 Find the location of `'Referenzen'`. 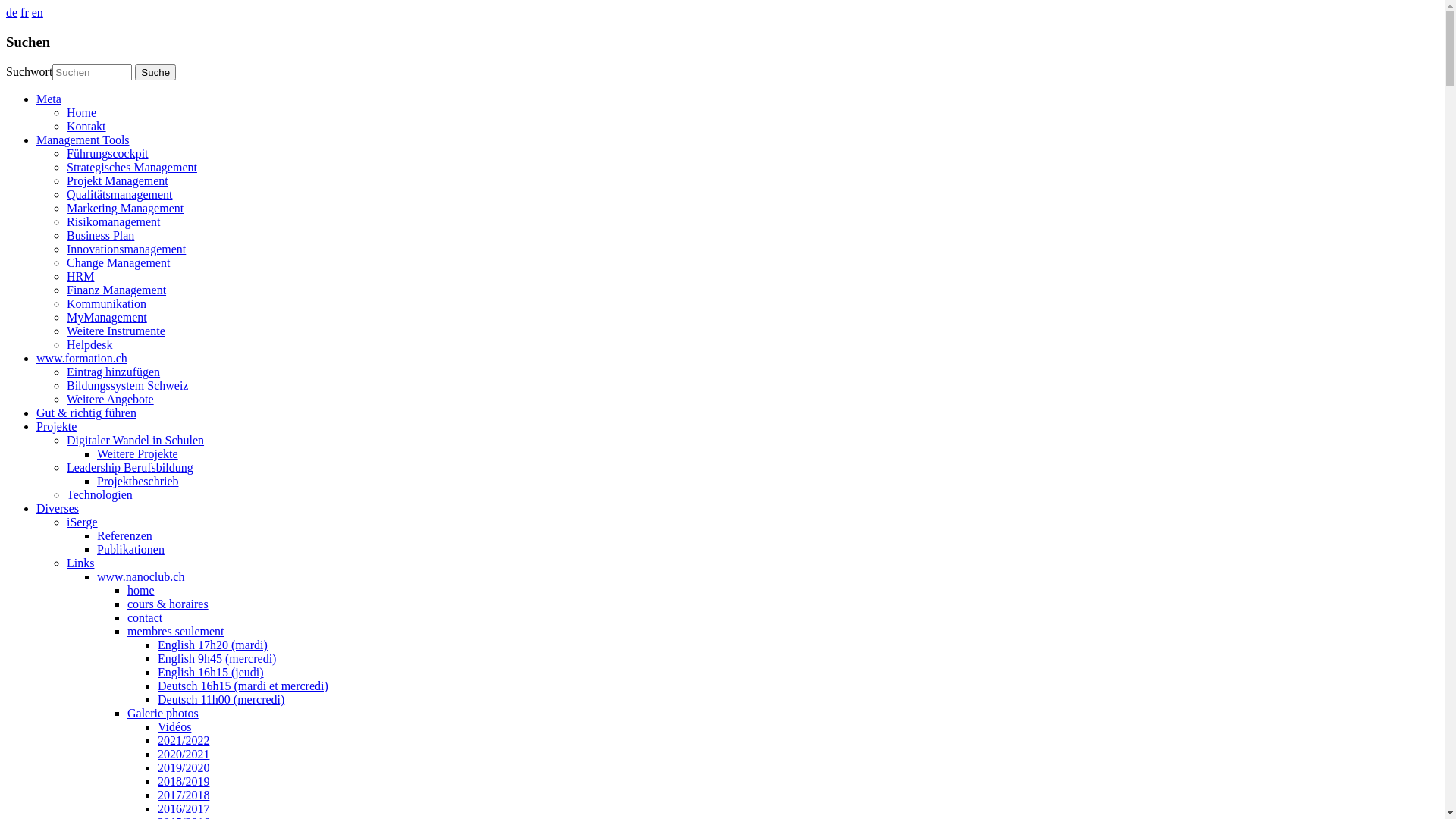

'Referenzen' is located at coordinates (124, 535).